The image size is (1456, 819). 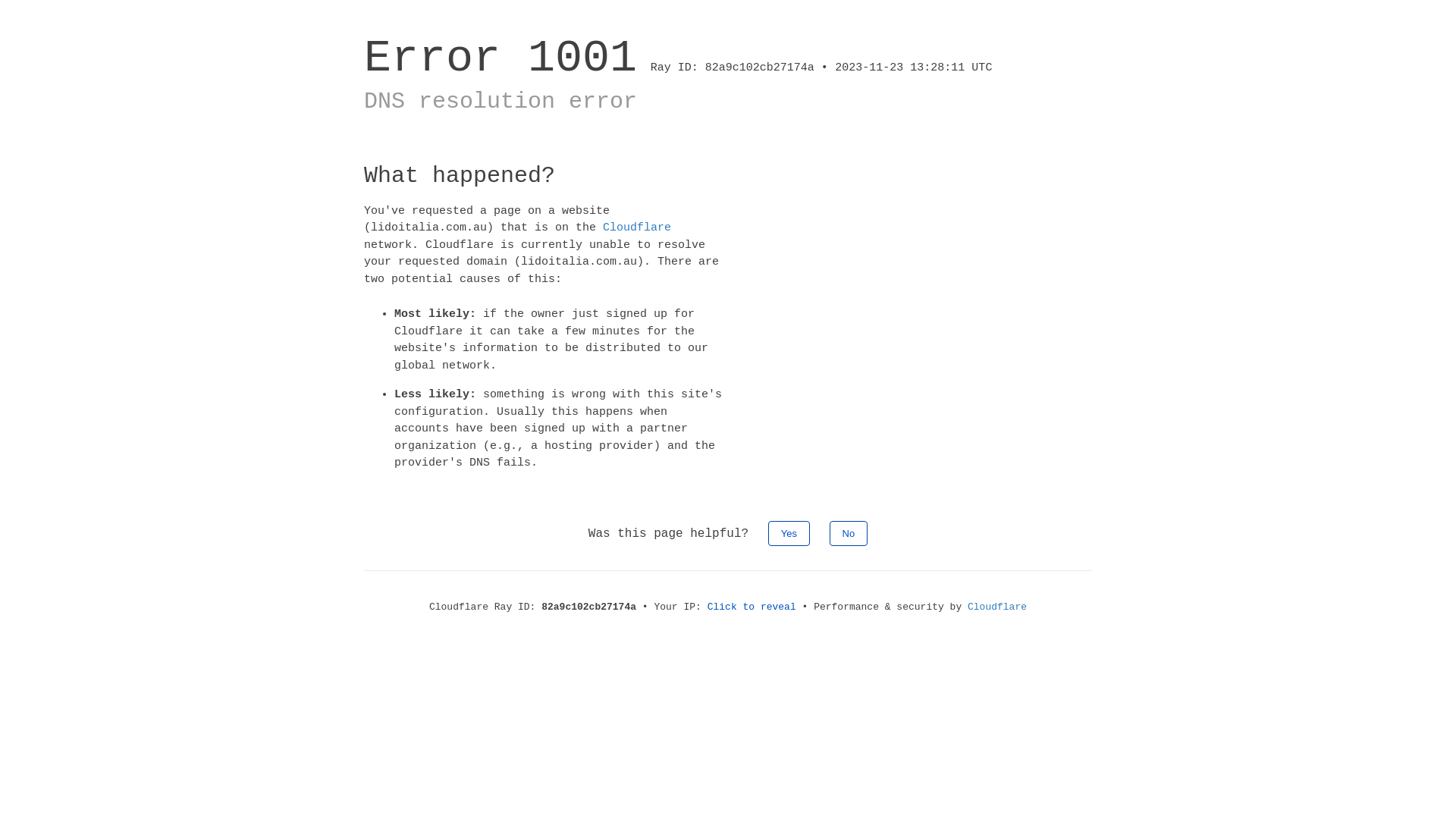 What do you see at coordinates (848, 532) in the screenshot?
I see `'No'` at bounding box center [848, 532].